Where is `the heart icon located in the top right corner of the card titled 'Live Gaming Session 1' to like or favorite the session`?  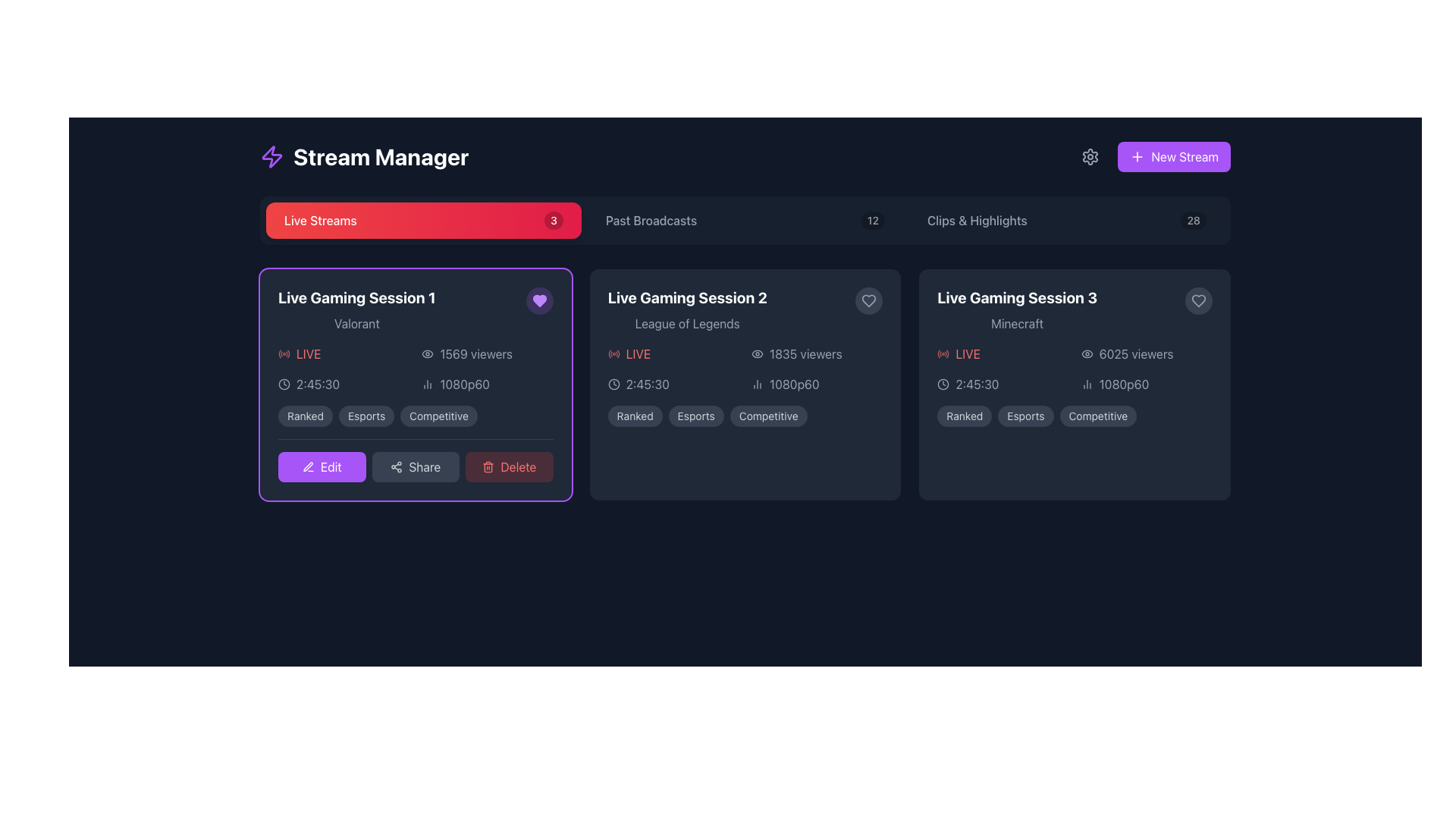
the heart icon located in the top right corner of the card titled 'Live Gaming Session 1' to like or favorite the session is located at coordinates (1197, 301).